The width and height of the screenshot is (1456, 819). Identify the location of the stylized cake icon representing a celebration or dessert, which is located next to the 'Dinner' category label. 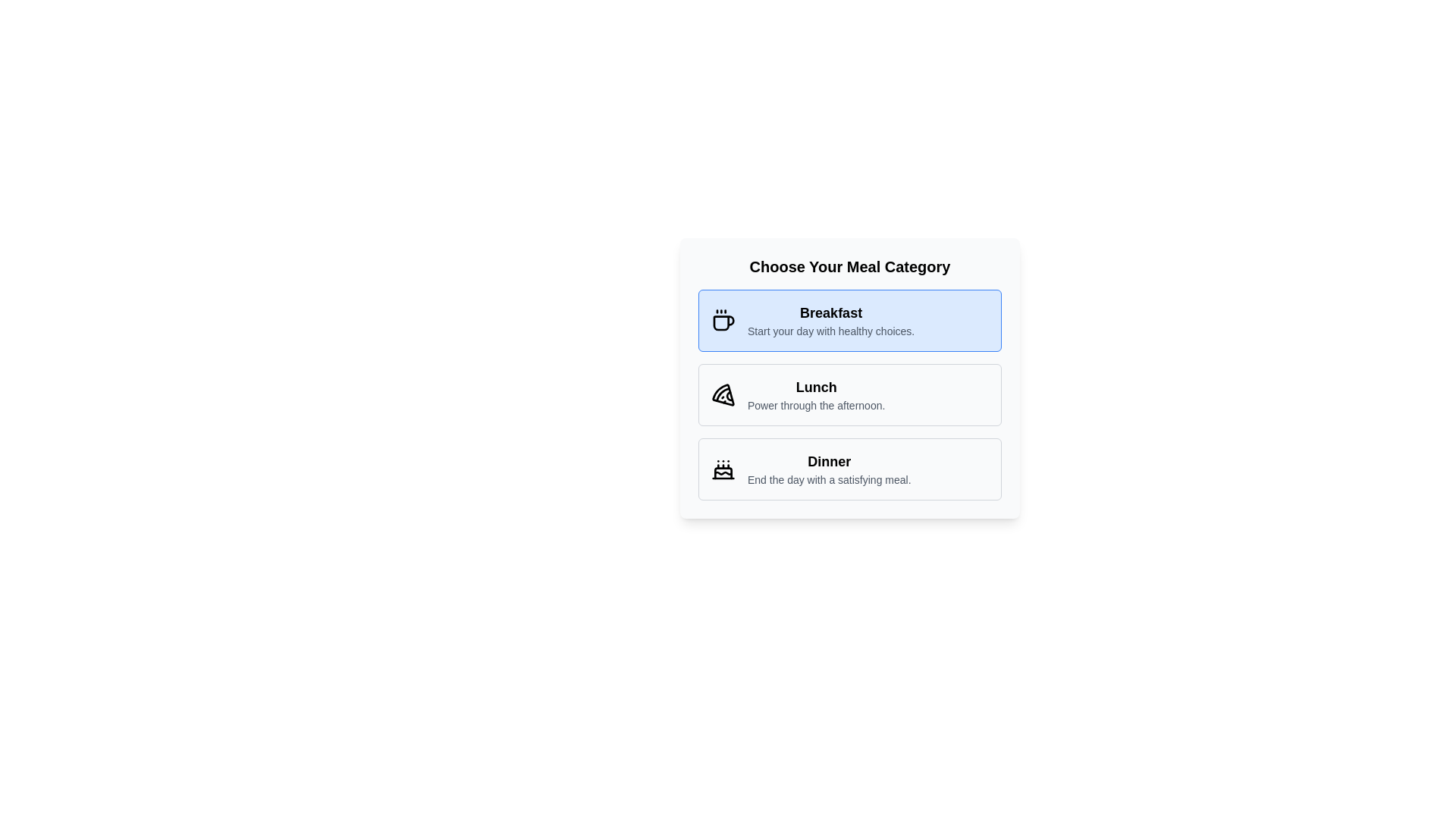
(723, 468).